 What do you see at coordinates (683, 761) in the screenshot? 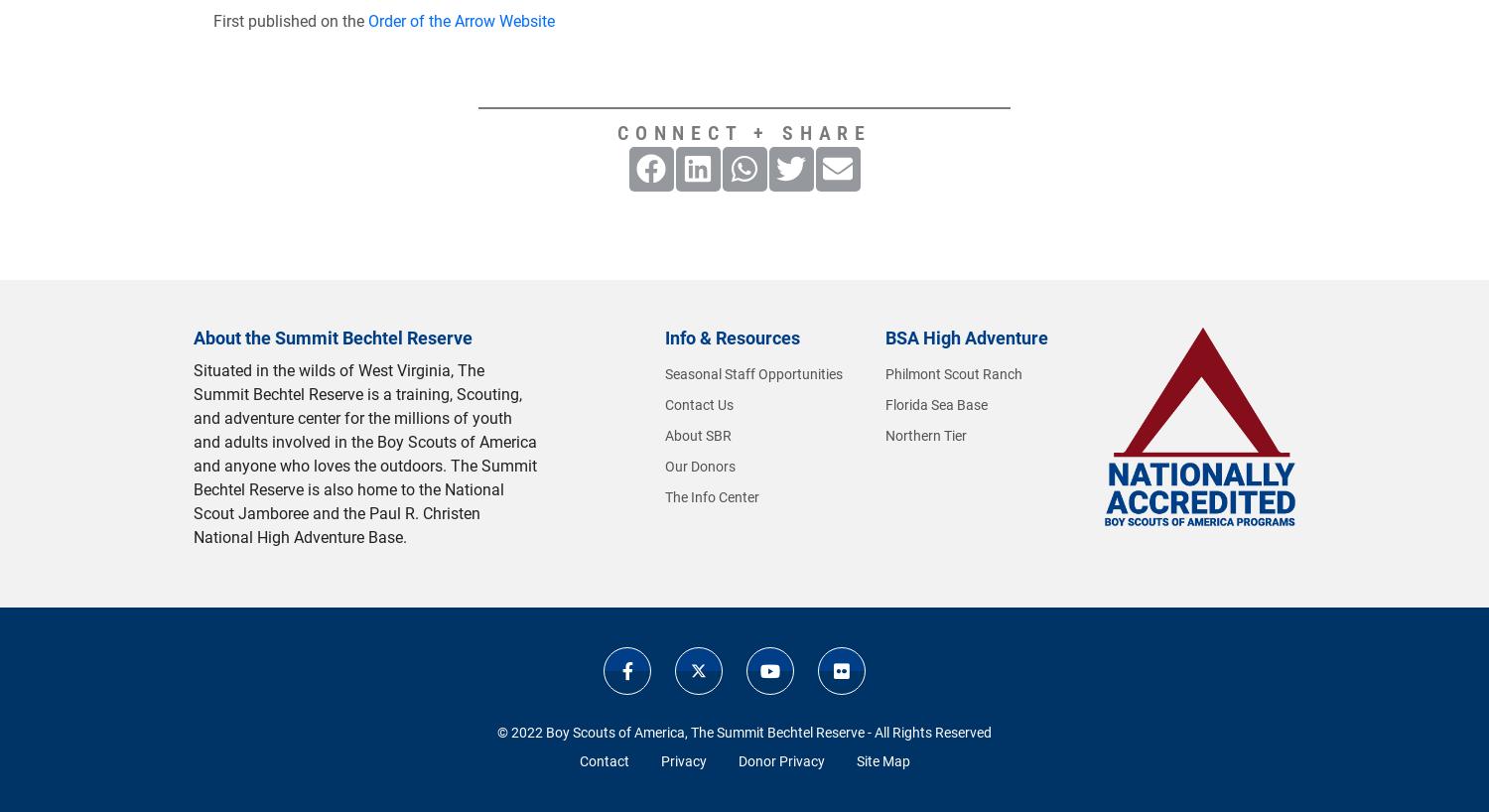
I see `'Privacy'` at bounding box center [683, 761].